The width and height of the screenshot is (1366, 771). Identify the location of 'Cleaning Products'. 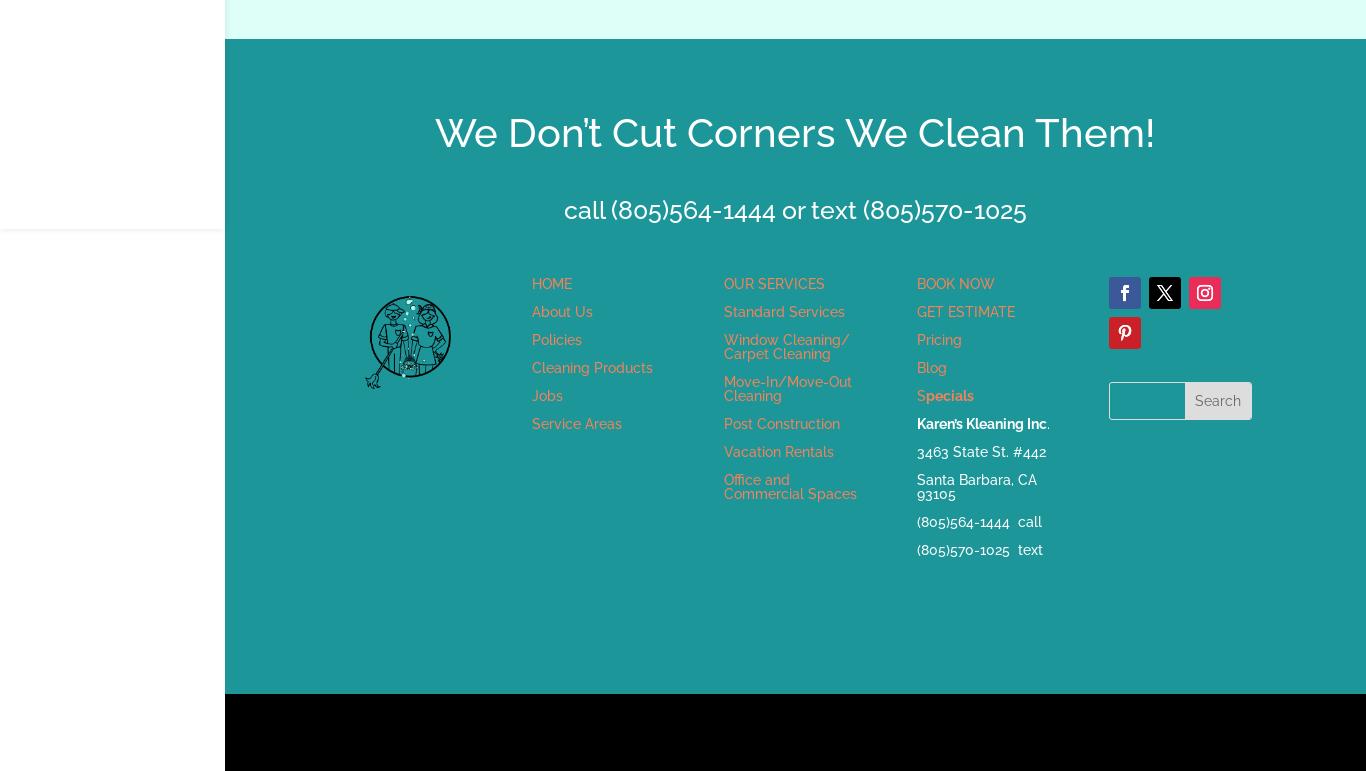
(530, 366).